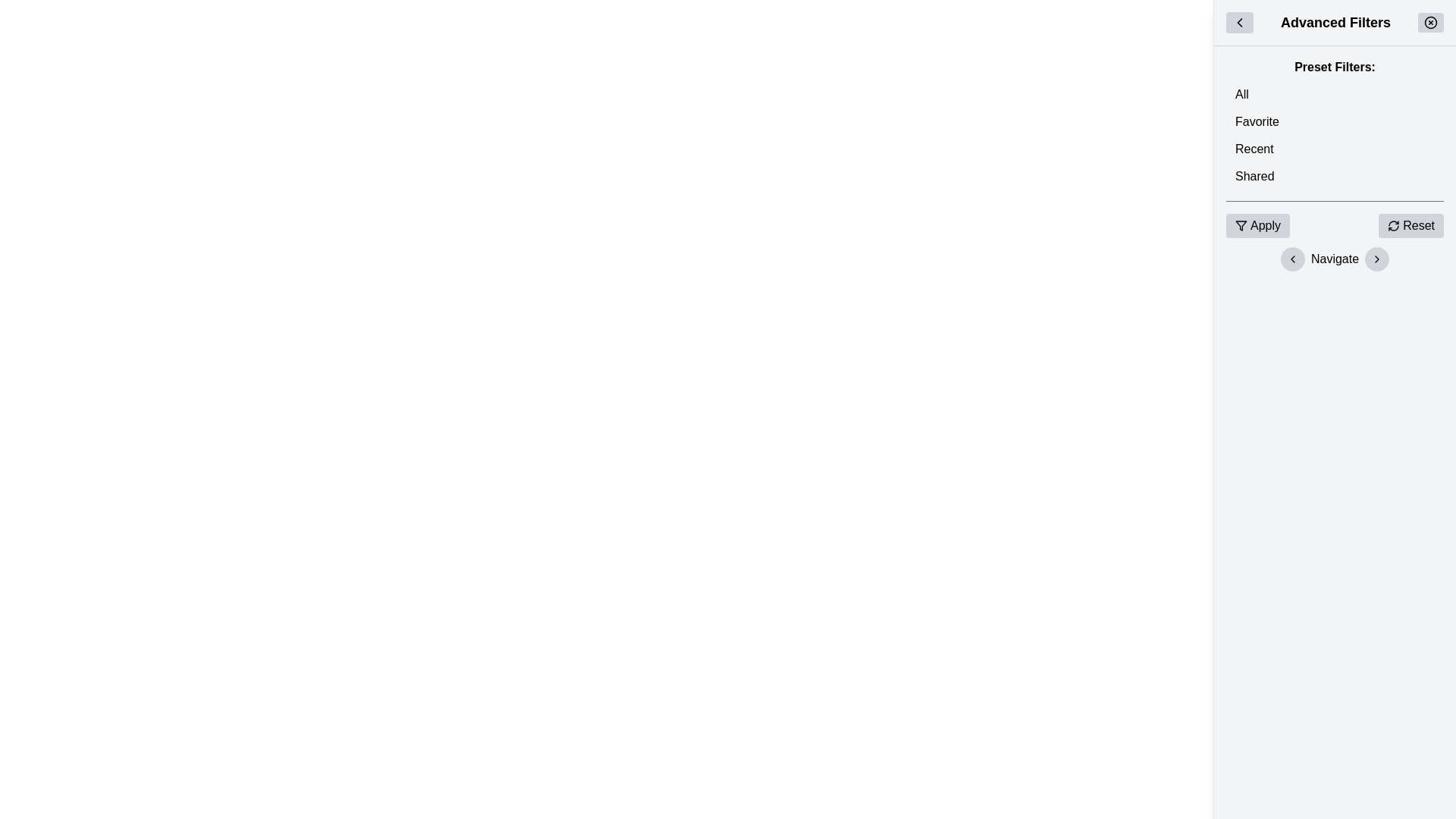 The height and width of the screenshot is (819, 1456). What do you see at coordinates (1241, 225) in the screenshot?
I see `the filtering icon located in the upper region of the right sidebar, above the text 'Preset Filters'` at bounding box center [1241, 225].